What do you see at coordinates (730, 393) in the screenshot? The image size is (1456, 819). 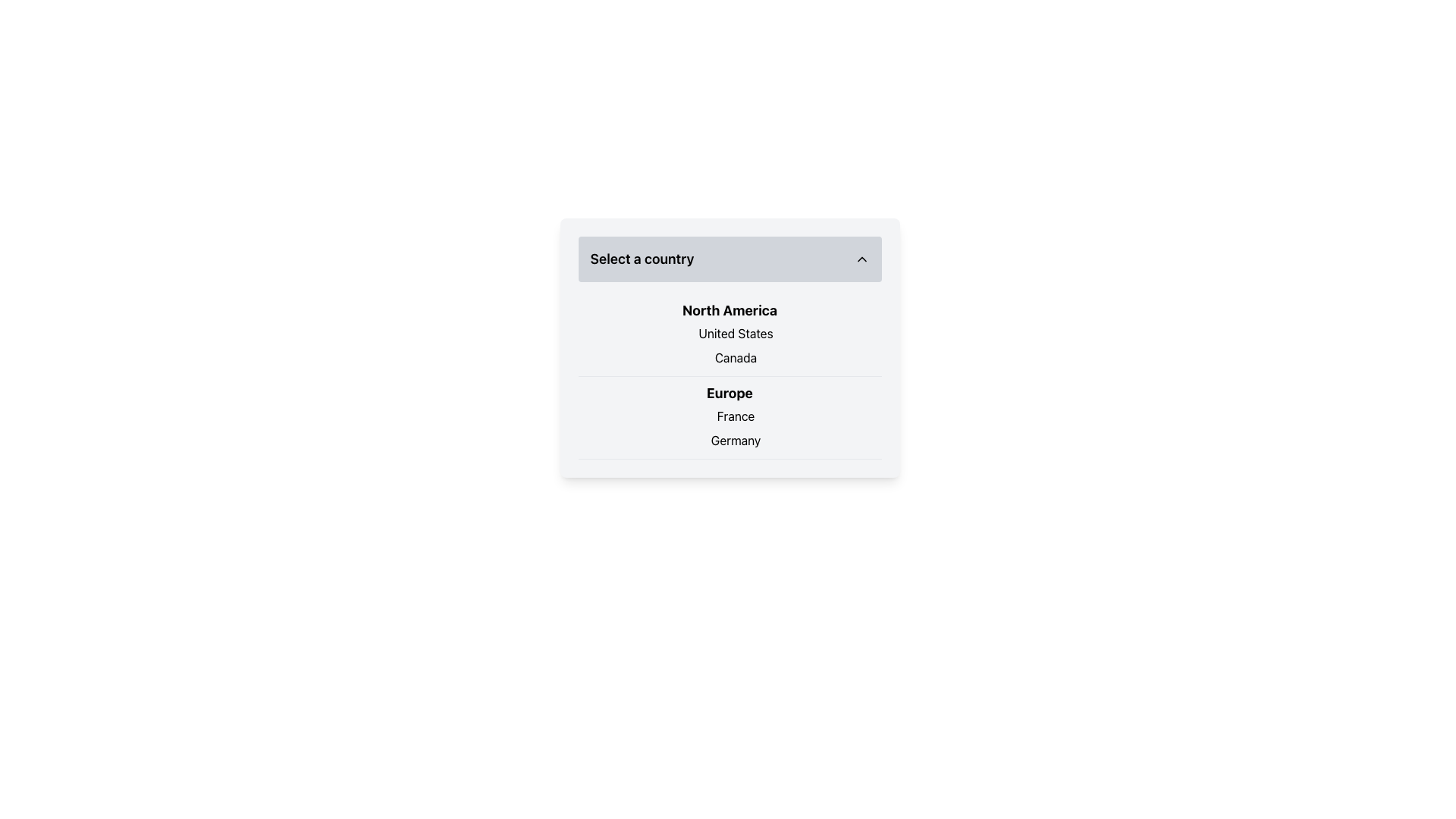 I see `the header text categorizing the items that follow it, which are specific countries within the 'Europe' region, located centrally above the 'France' and 'Germany' elements` at bounding box center [730, 393].